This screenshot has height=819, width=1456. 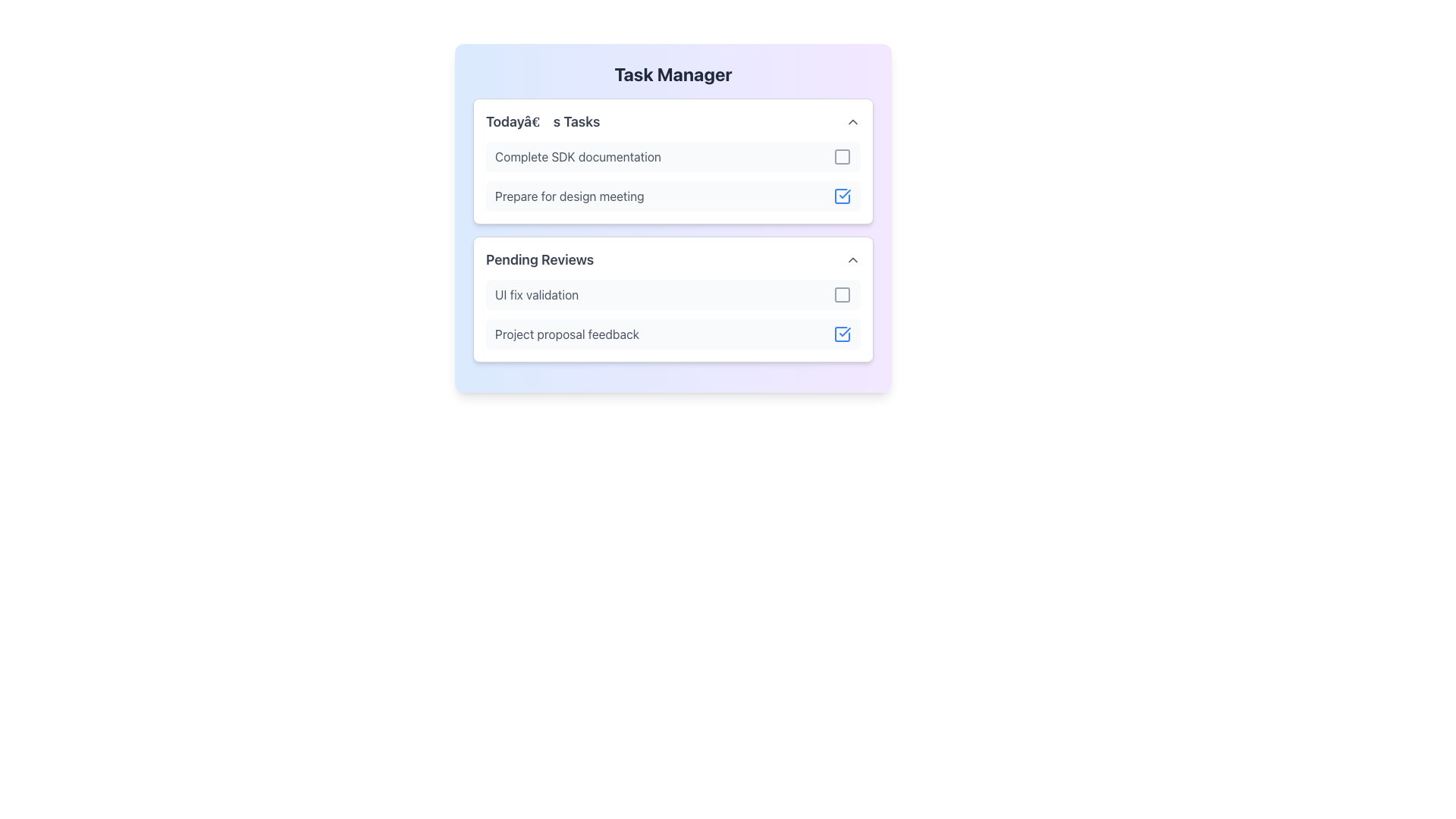 What do you see at coordinates (841, 157) in the screenshot?
I see `the checkbox located next to the 'Complete SDK documentation' text in the 'Today's Tasks' section` at bounding box center [841, 157].